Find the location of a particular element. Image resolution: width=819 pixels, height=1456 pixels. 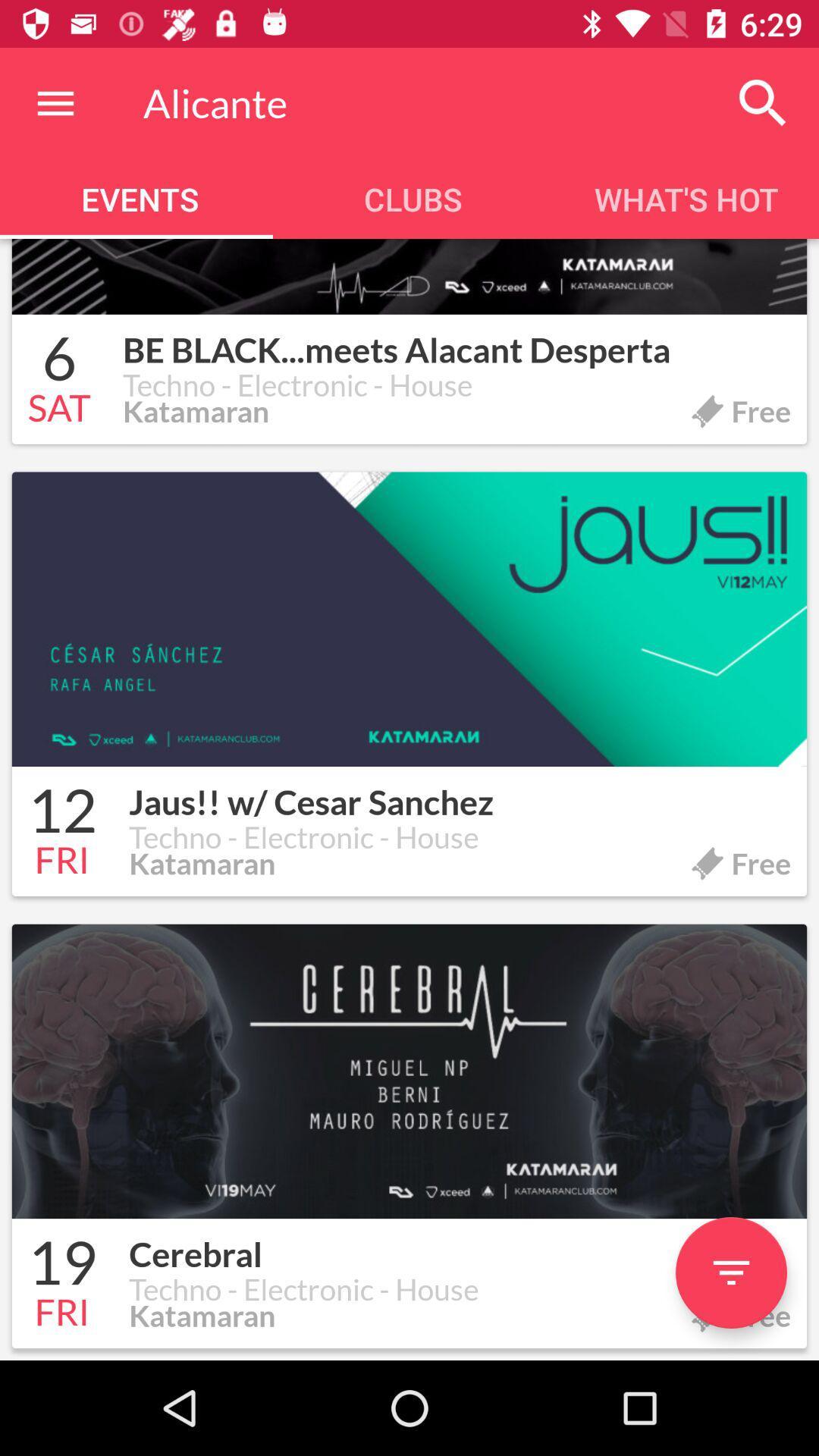

icon below 6 is located at coordinates (58, 409).